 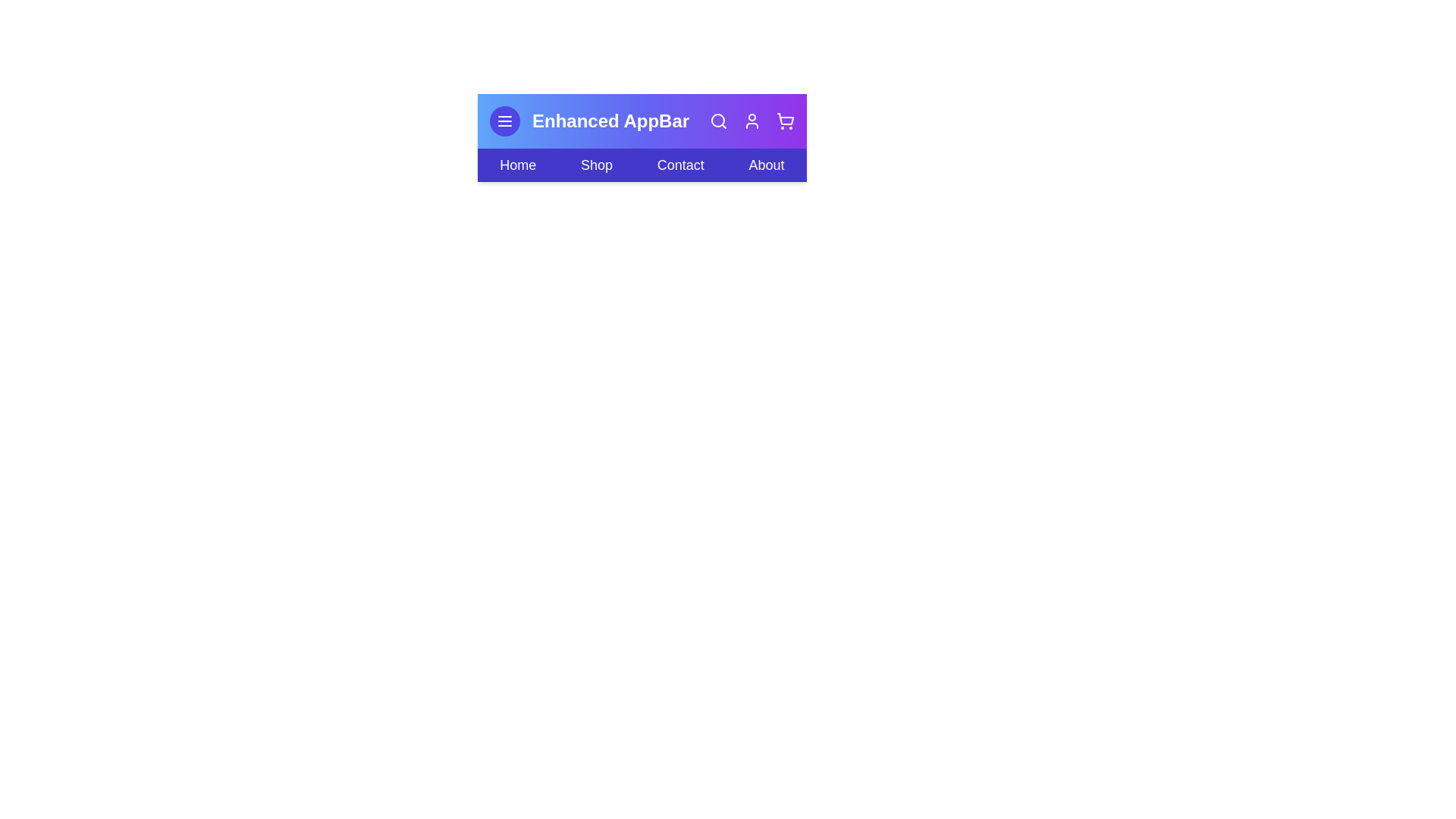 What do you see at coordinates (679, 165) in the screenshot?
I see `the interactive element Contact Link to observe its hover effect` at bounding box center [679, 165].